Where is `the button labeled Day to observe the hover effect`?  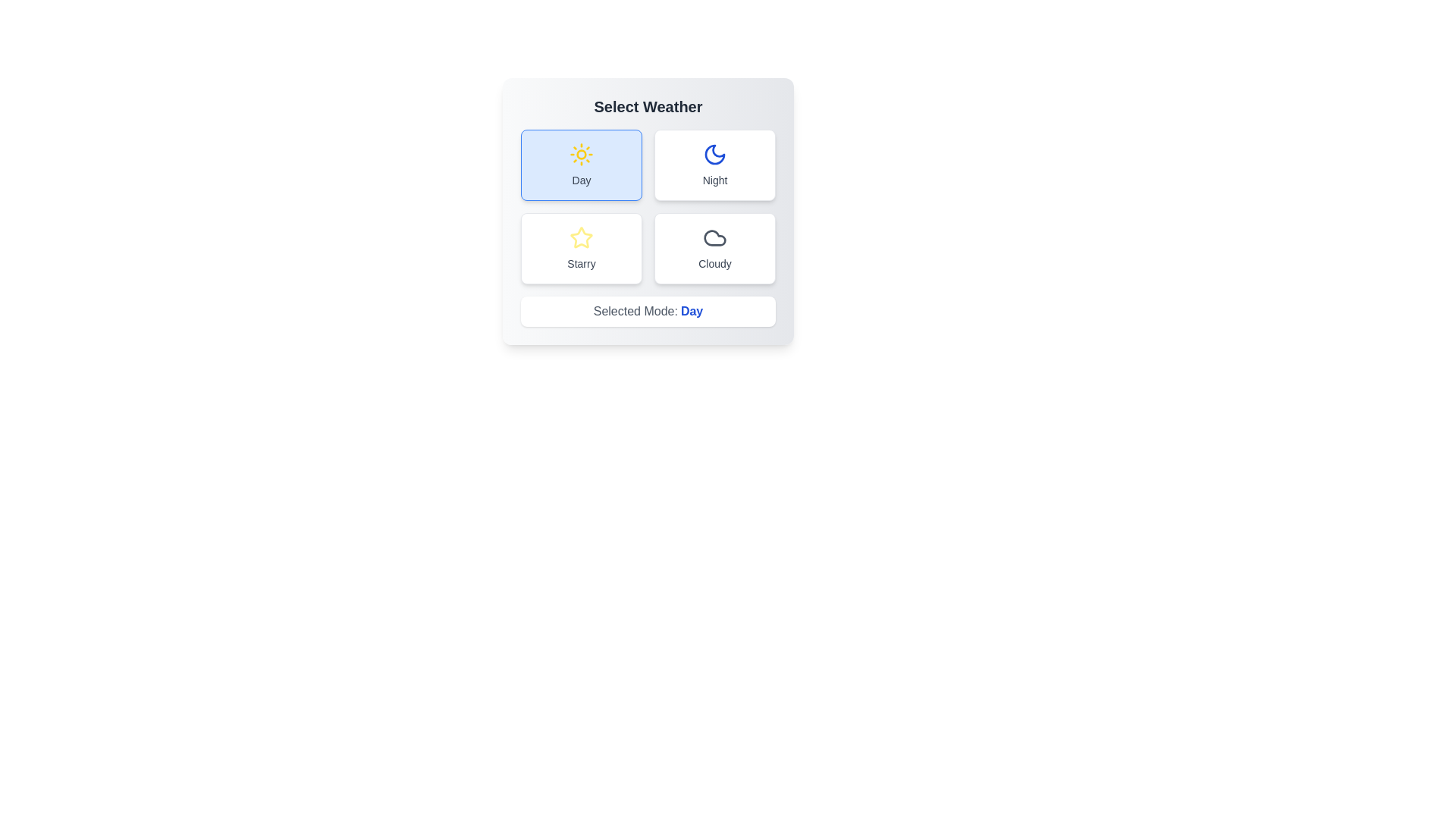 the button labeled Day to observe the hover effect is located at coordinates (581, 165).